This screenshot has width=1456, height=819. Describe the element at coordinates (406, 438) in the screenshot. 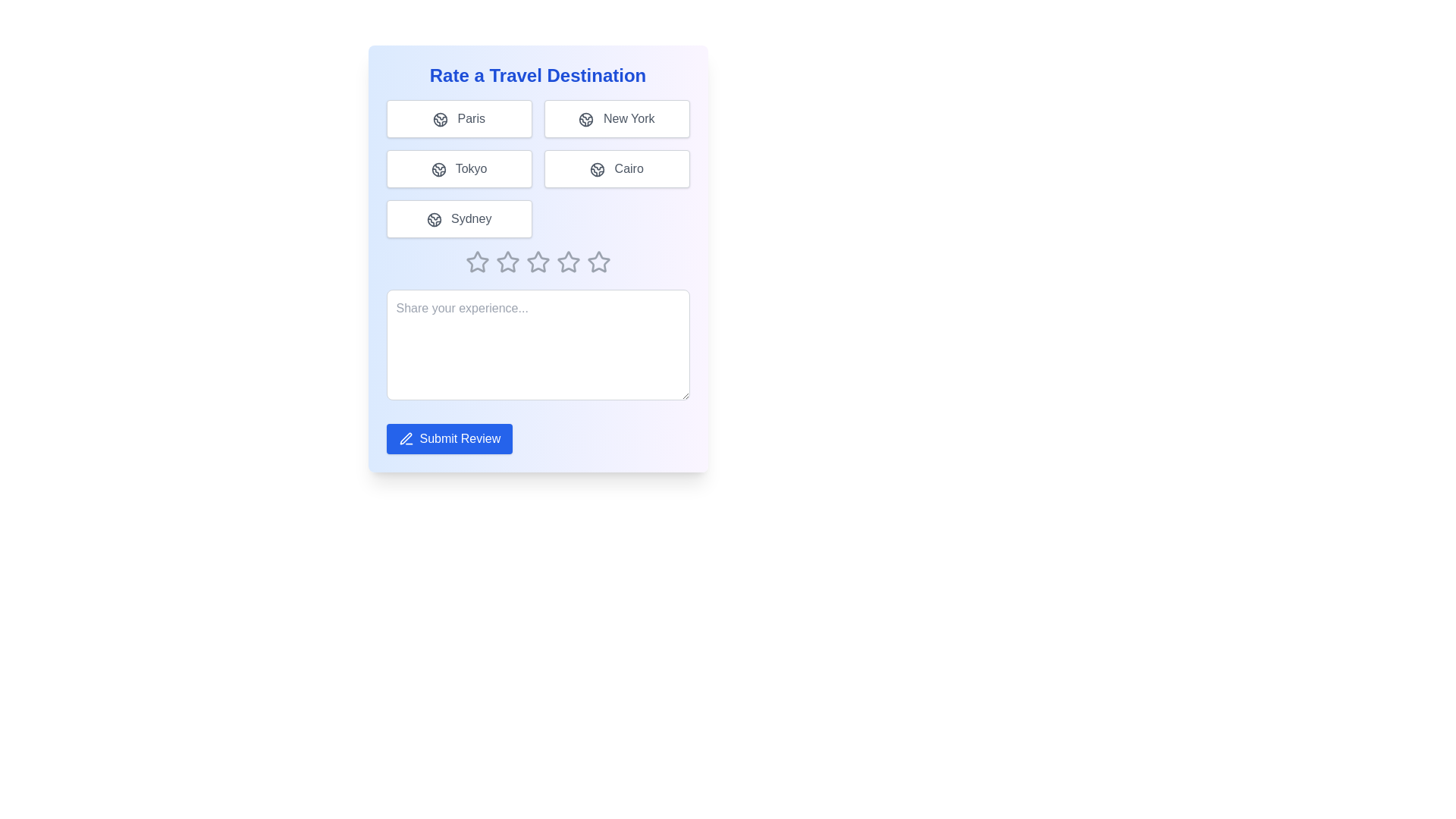

I see `the pen icon located within the blue 'Submit Review' button at the bottom of the form interface` at that location.